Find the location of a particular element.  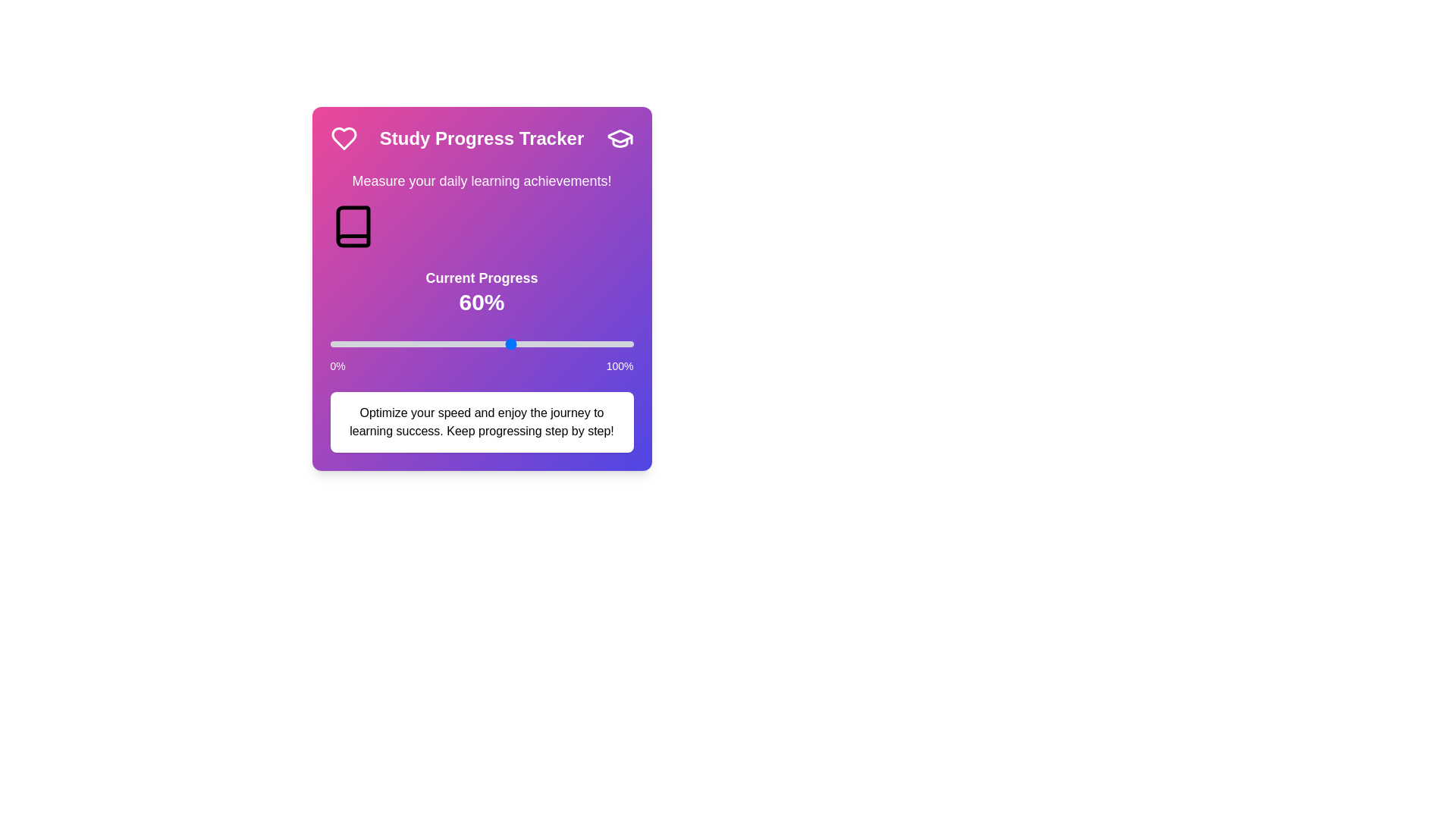

the progress percentage display to inspect its tooltip or hover effects is located at coordinates (481, 302).